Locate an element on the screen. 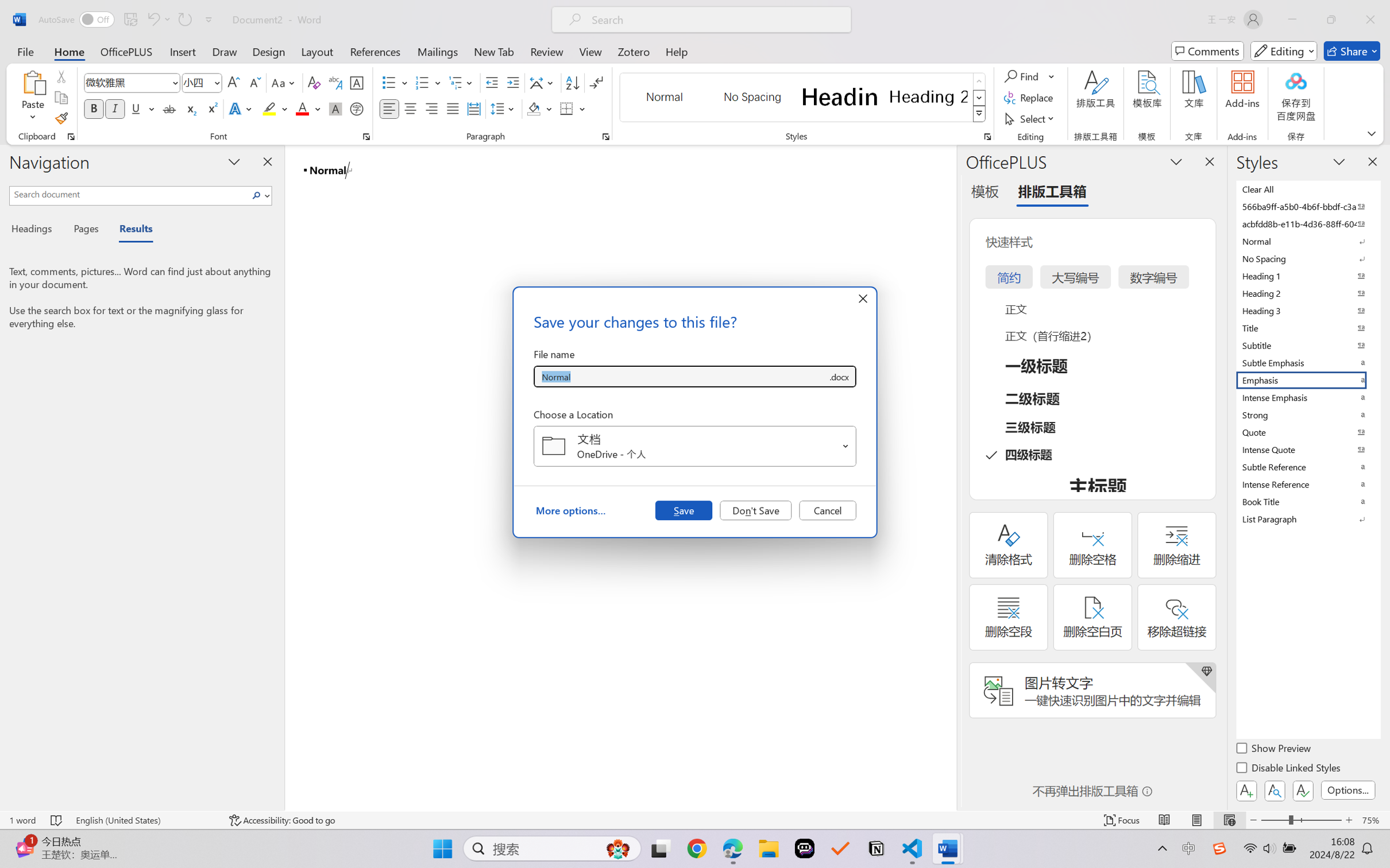  'Paste' is located at coordinates (33, 82).